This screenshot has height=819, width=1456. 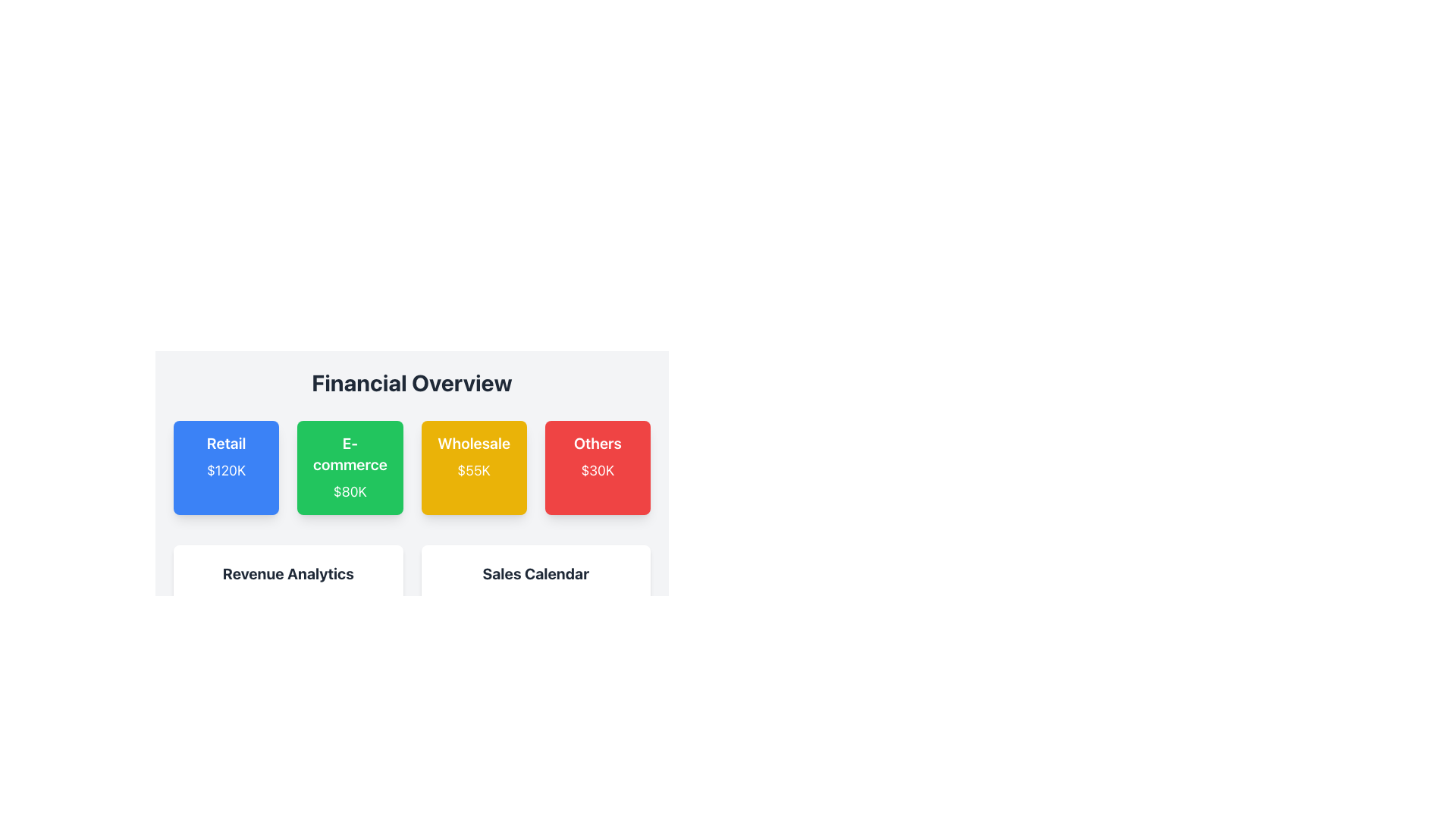 I want to click on the text label that indicates numerical values associated with the 'E-commerce' category, located inside the green rectangular component titled 'E-commerce', so click(x=349, y=491).